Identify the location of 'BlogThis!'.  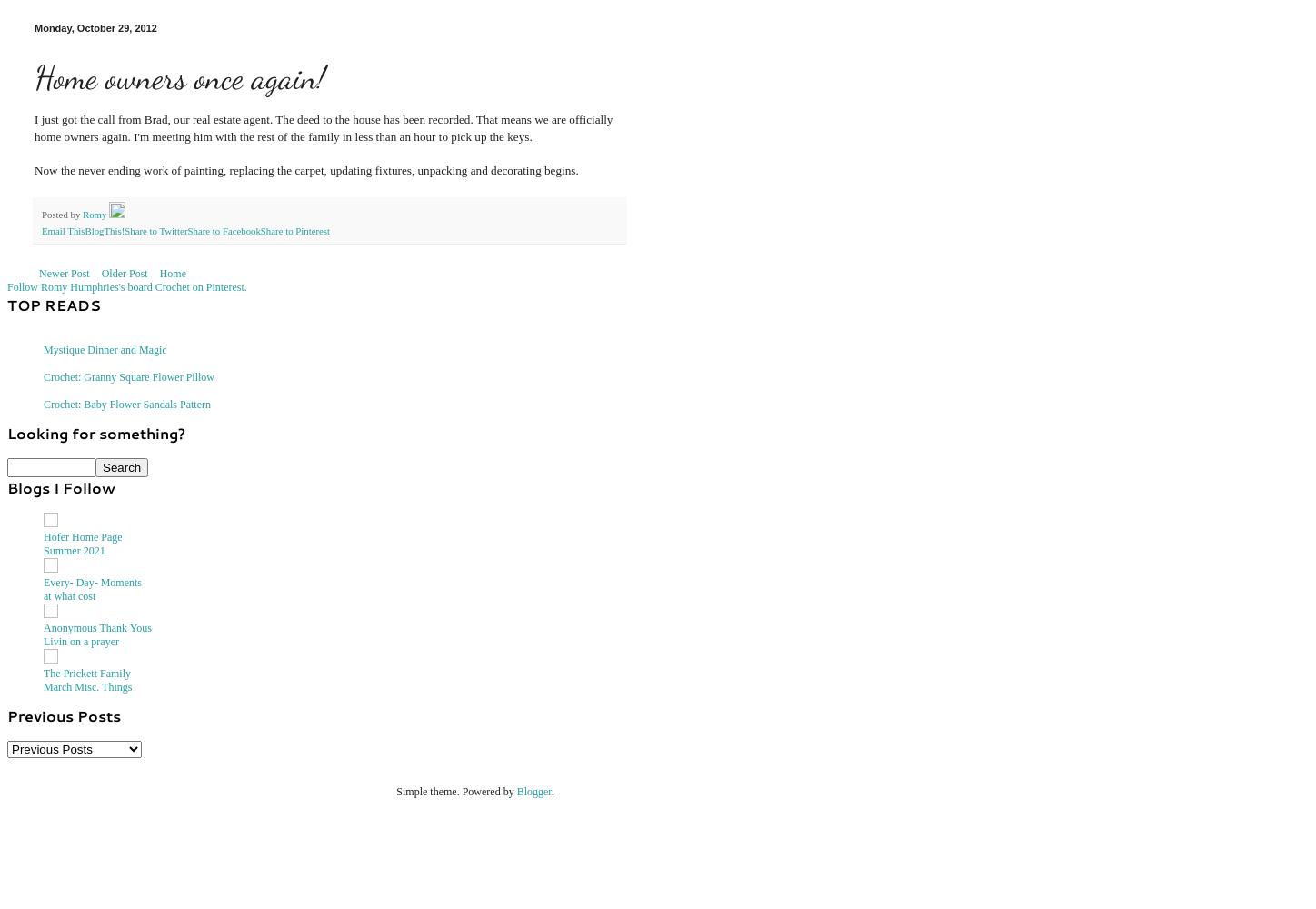
(103, 230).